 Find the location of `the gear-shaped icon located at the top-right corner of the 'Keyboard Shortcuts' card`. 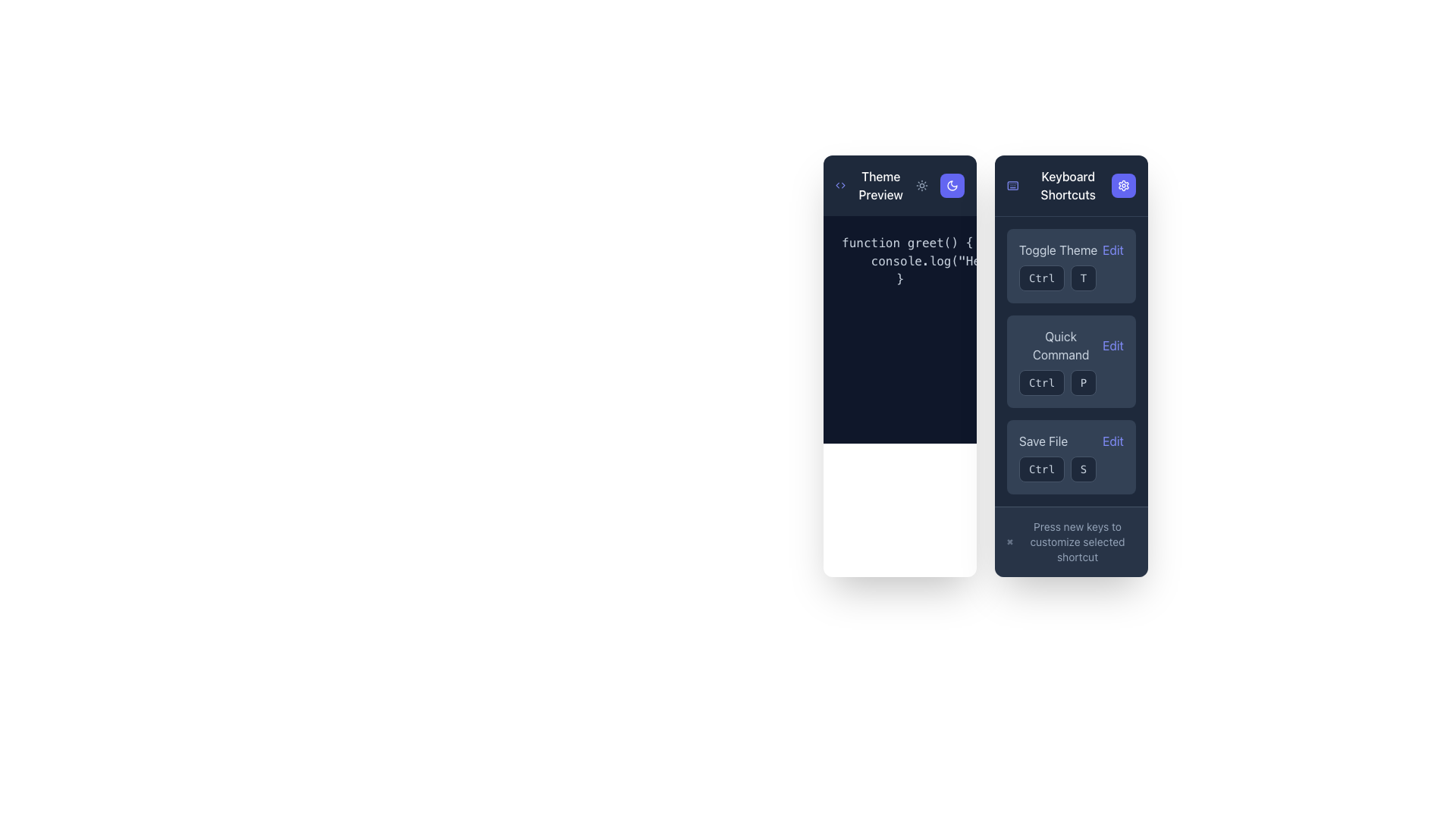

the gear-shaped icon located at the top-right corner of the 'Keyboard Shortcuts' card is located at coordinates (1124, 185).